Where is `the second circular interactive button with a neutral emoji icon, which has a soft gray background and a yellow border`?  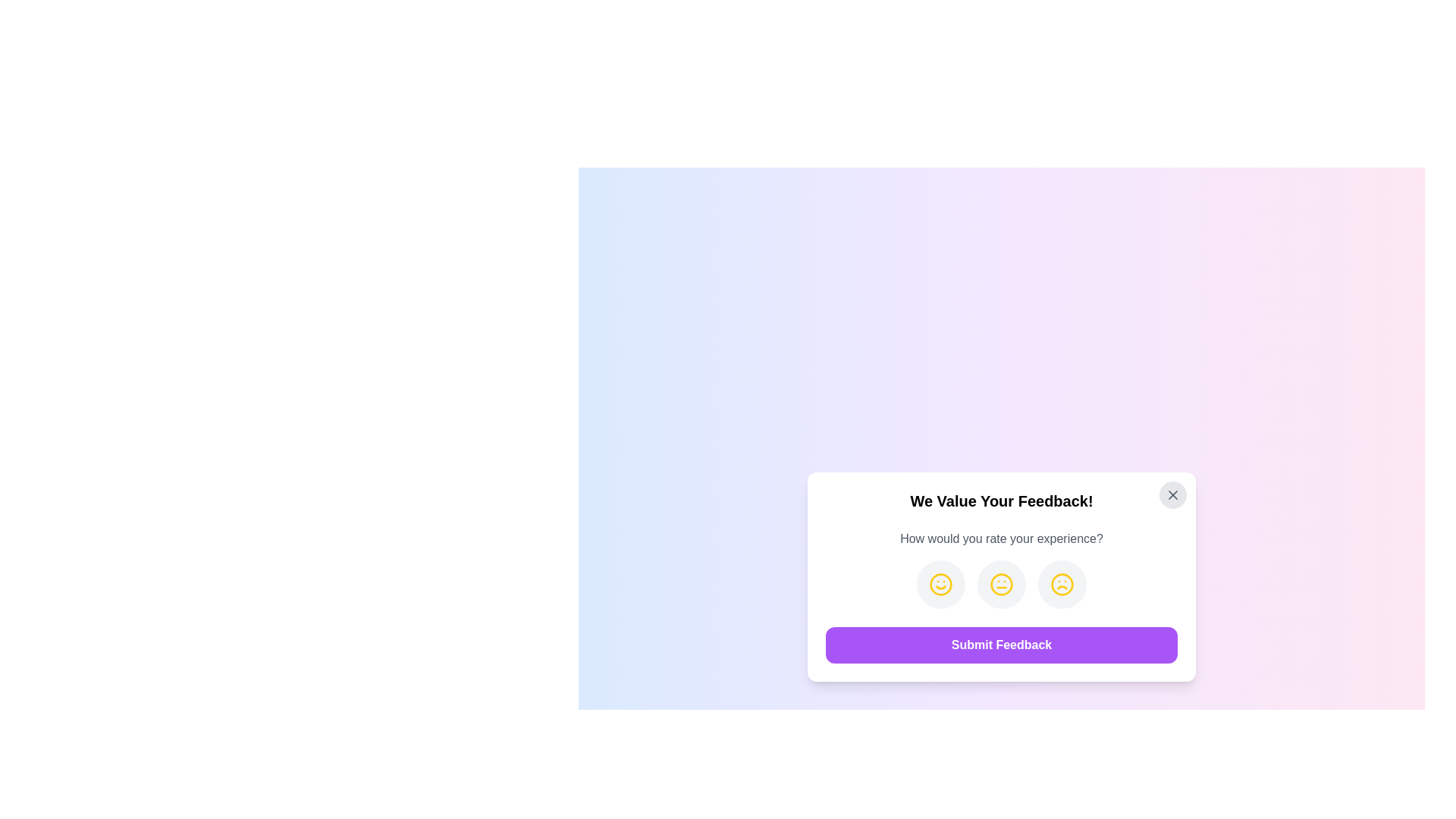
the second circular interactive button with a neutral emoji icon, which has a soft gray background and a yellow border is located at coordinates (1001, 584).